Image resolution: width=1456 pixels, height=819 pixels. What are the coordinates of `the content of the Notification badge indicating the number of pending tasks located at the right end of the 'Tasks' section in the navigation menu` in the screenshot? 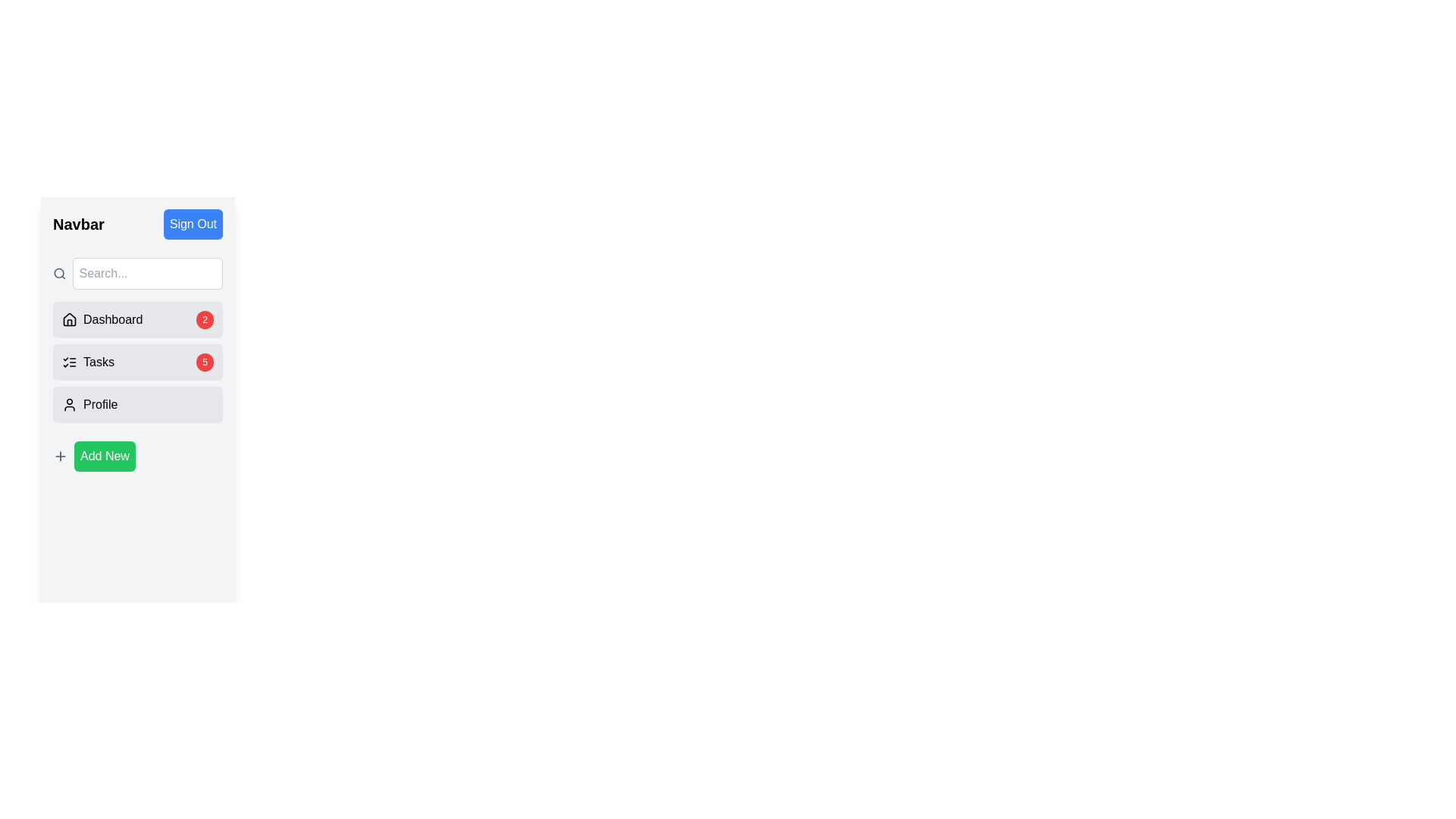 It's located at (204, 362).